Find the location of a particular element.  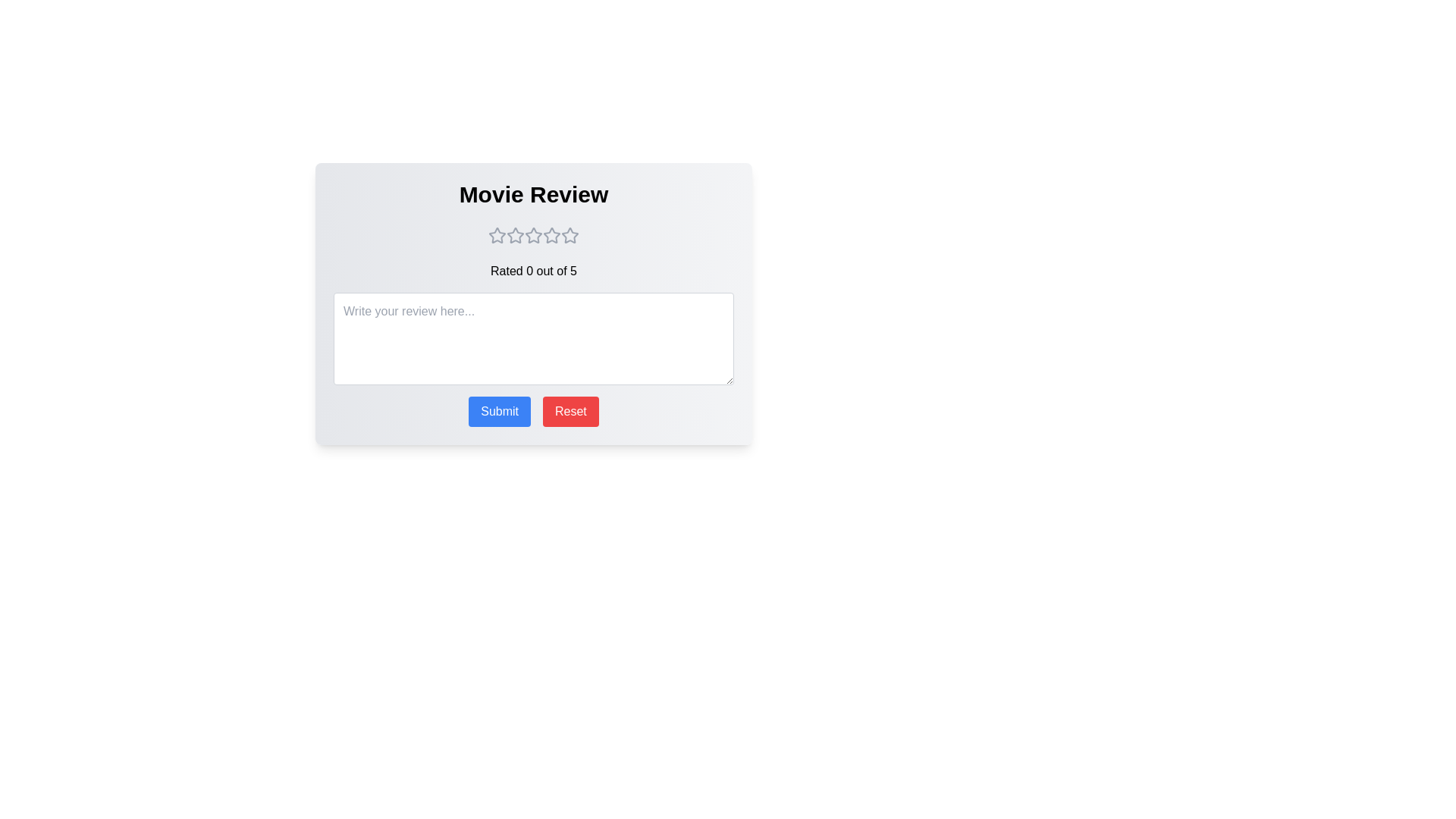

the movie rating to 3 stars by clicking on the corresponding star is located at coordinates (534, 236).